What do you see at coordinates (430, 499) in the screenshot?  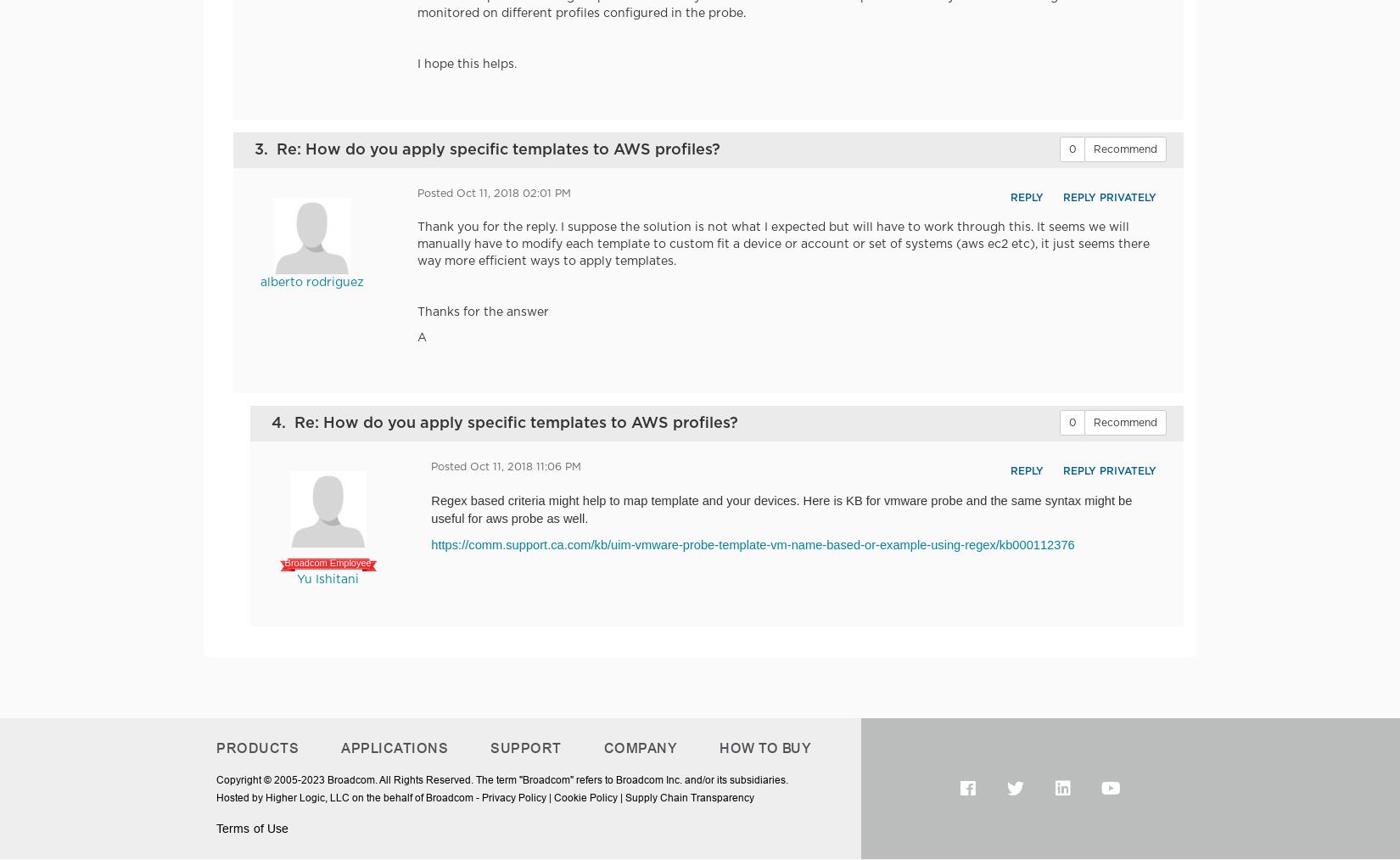 I see `'Regex based criteria might help to map template and your devices. Here is KB for'` at bounding box center [430, 499].